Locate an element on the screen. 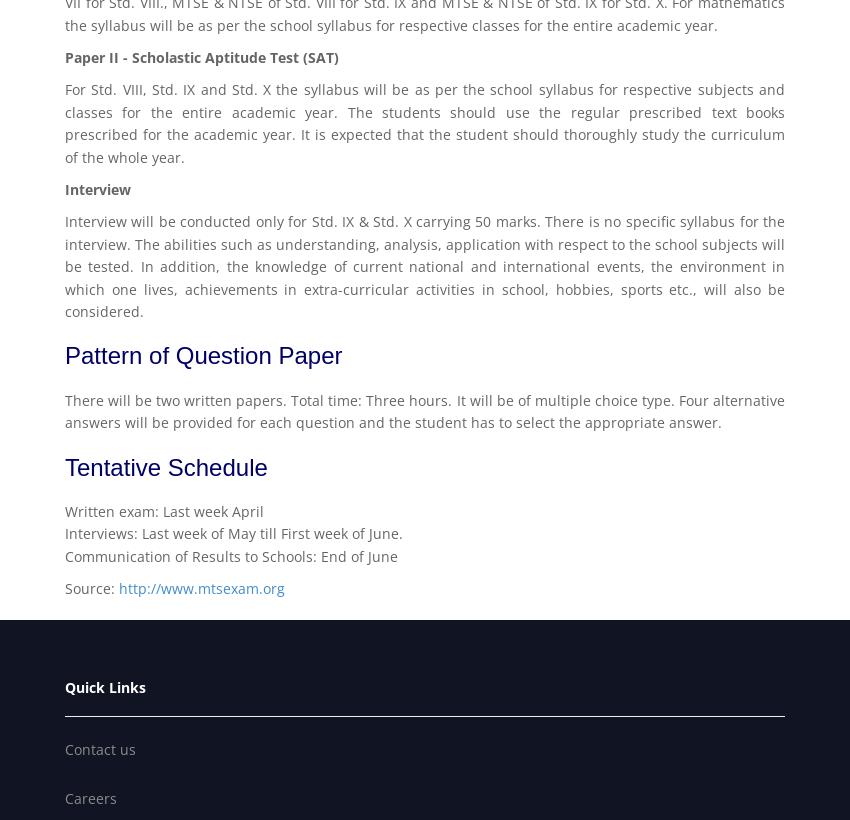 The height and width of the screenshot is (820, 850). 'There will be two written papers. Total time: Three hours. It will be of multiple choice type. Four alternative answers will be provided for each question and the student has to select the appropriate answer.' is located at coordinates (425, 410).